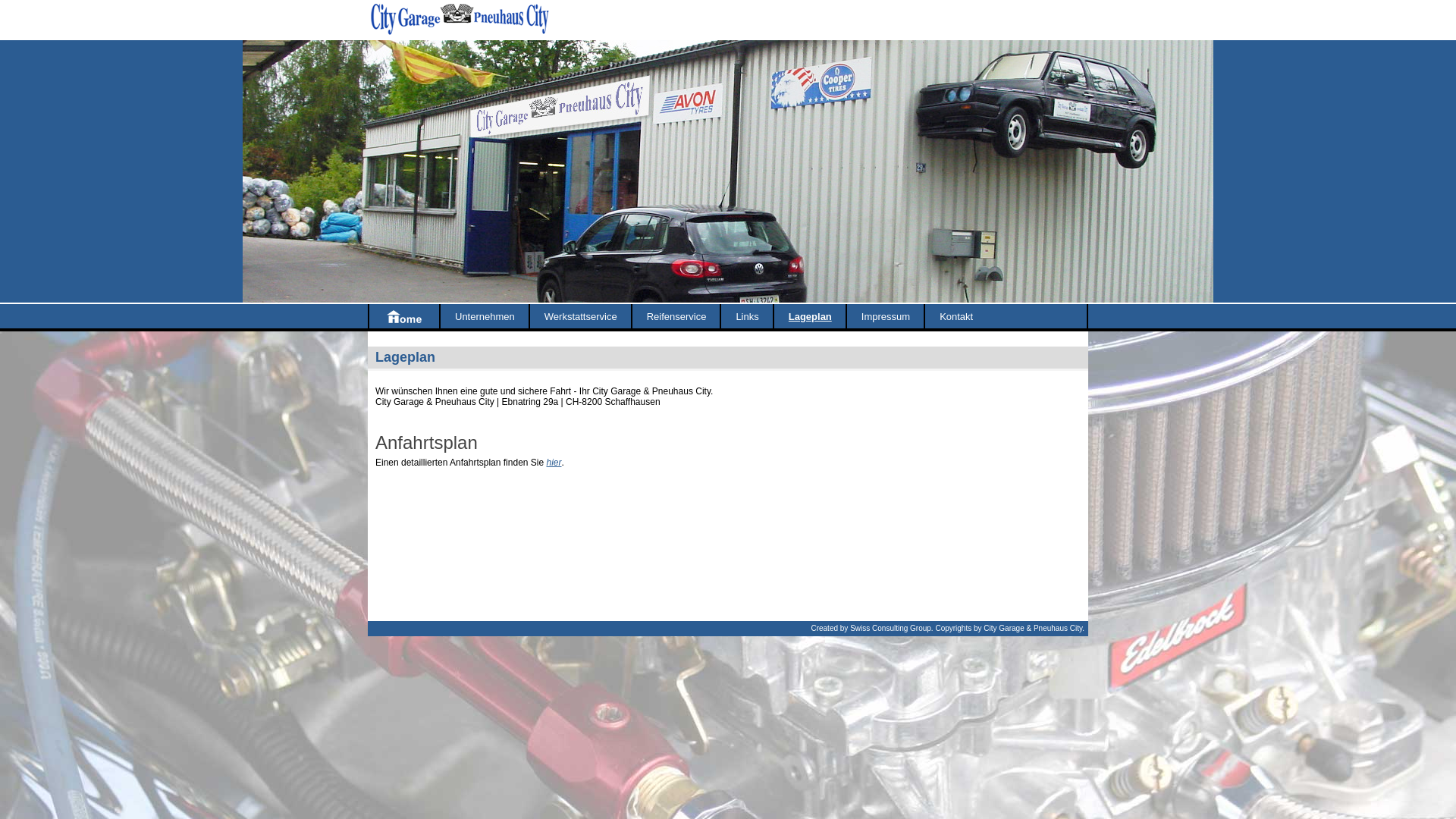 This screenshot has height=819, width=1456. What do you see at coordinates (735, 316) in the screenshot?
I see `'Links'` at bounding box center [735, 316].